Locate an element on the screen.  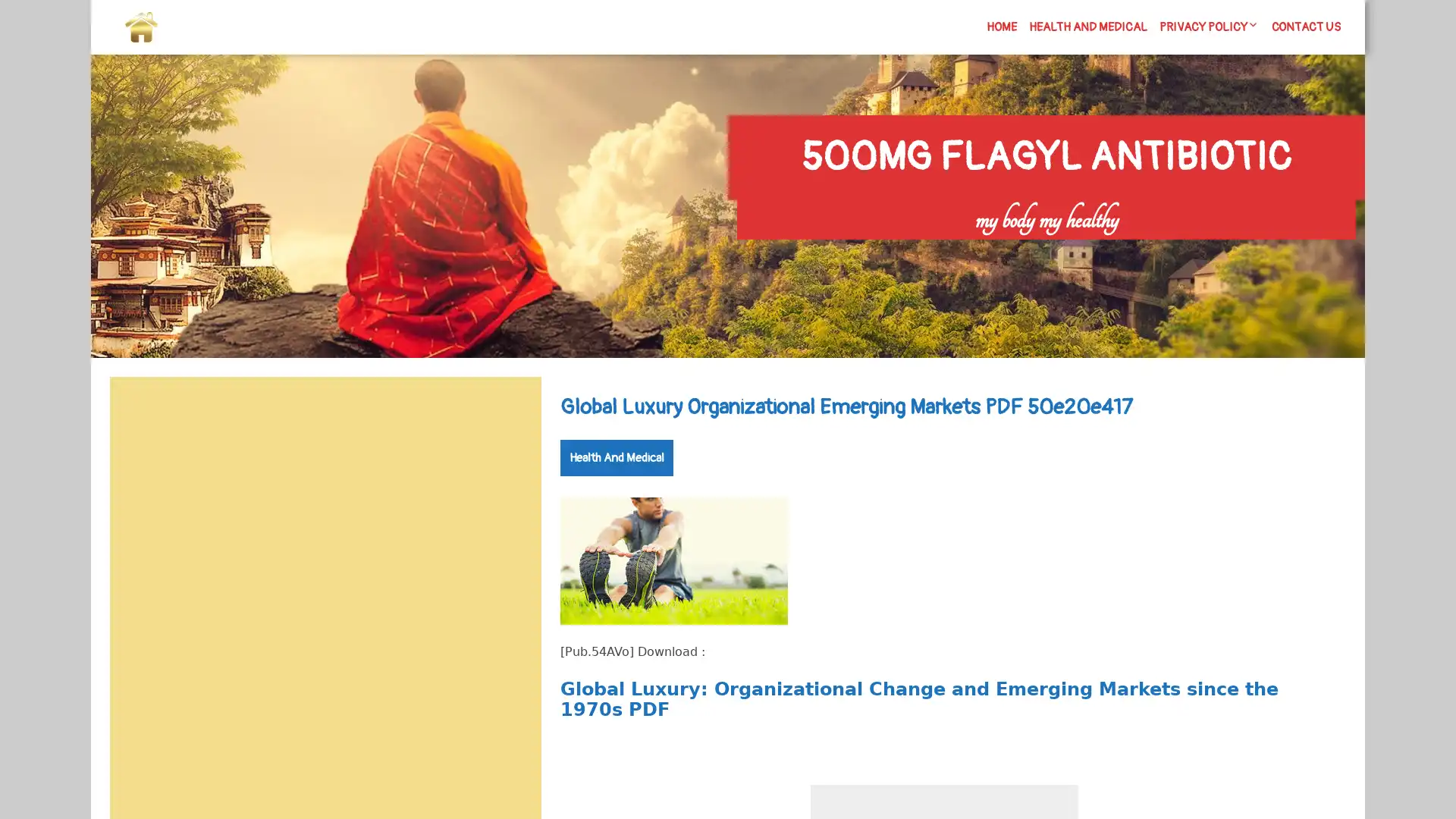
Search is located at coordinates (506, 413).